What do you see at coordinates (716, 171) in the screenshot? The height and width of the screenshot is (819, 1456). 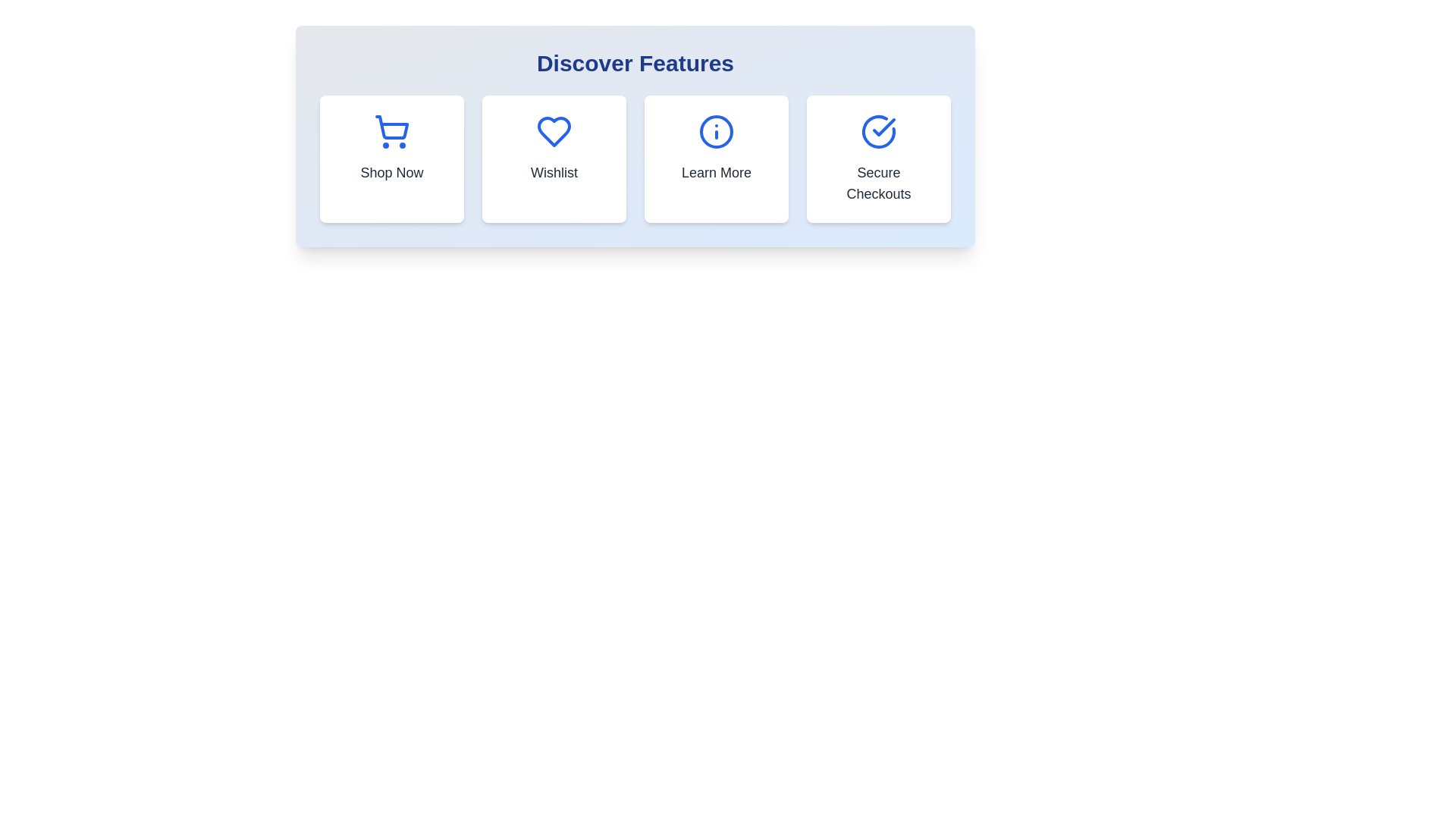 I see `the text label located at the bottom center of the third card from the left in a row of four cards, which is styled in blue and indicates a feature` at bounding box center [716, 171].